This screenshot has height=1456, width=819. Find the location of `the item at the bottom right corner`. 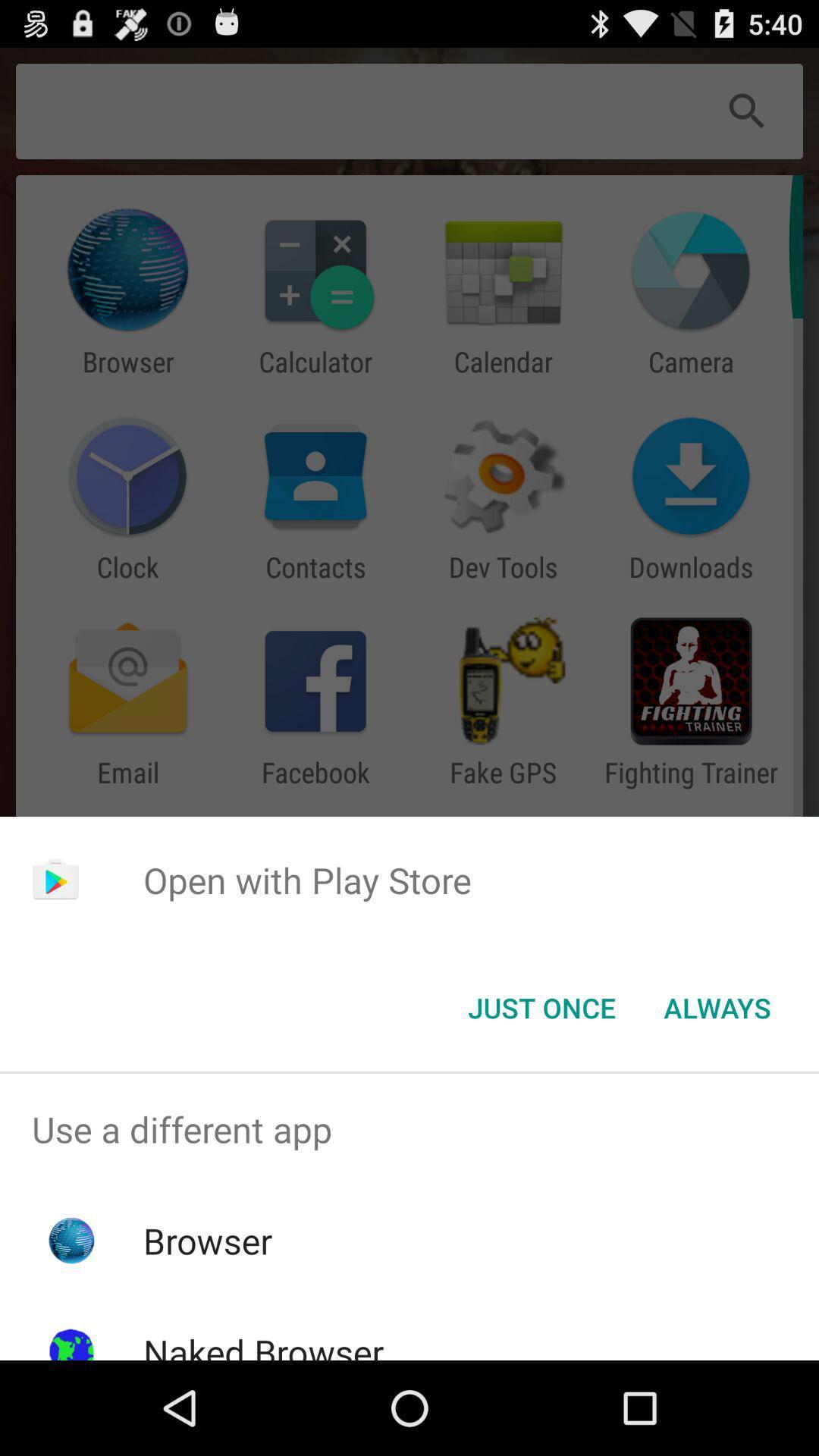

the item at the bottom right corner is located at coordinates (717, 1008).